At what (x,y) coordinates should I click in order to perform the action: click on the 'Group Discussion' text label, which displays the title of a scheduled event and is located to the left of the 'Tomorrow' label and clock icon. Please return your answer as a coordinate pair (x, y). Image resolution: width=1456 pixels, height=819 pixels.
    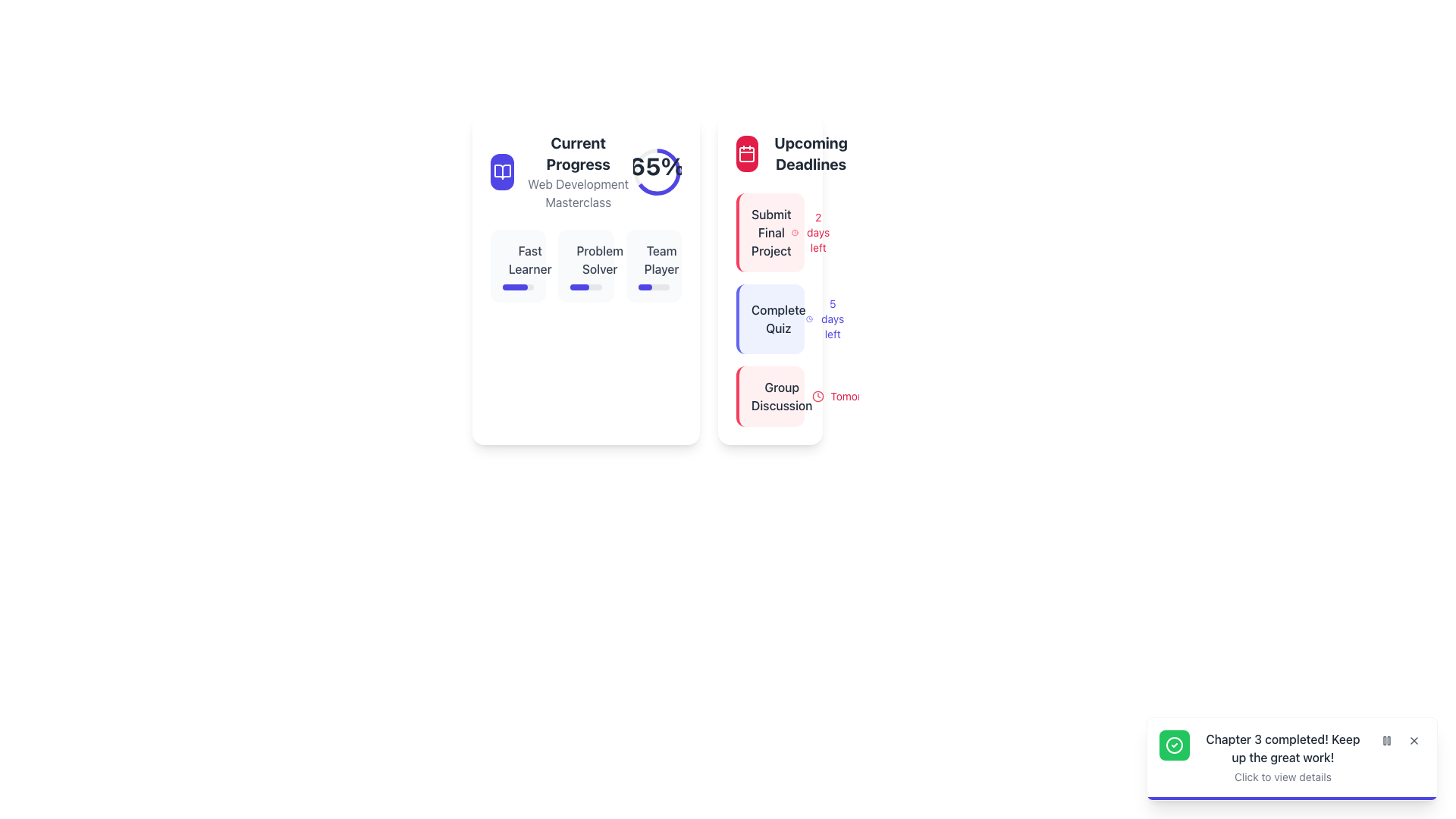
    Looking at the image, I should click on (782, 396).